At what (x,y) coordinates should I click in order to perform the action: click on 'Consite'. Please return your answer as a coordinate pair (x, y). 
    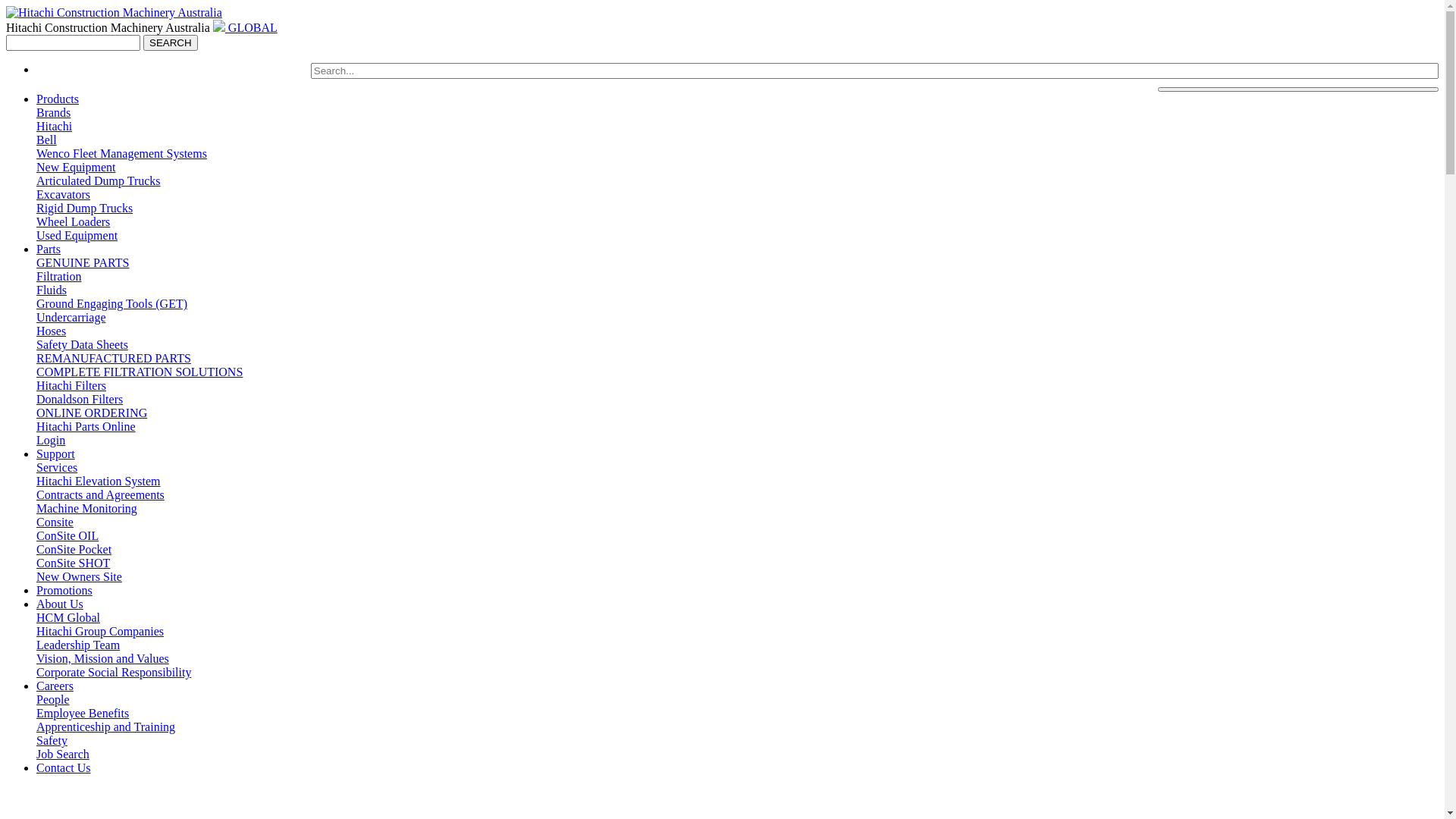
    Looking at the image, I should click on (36, 521).